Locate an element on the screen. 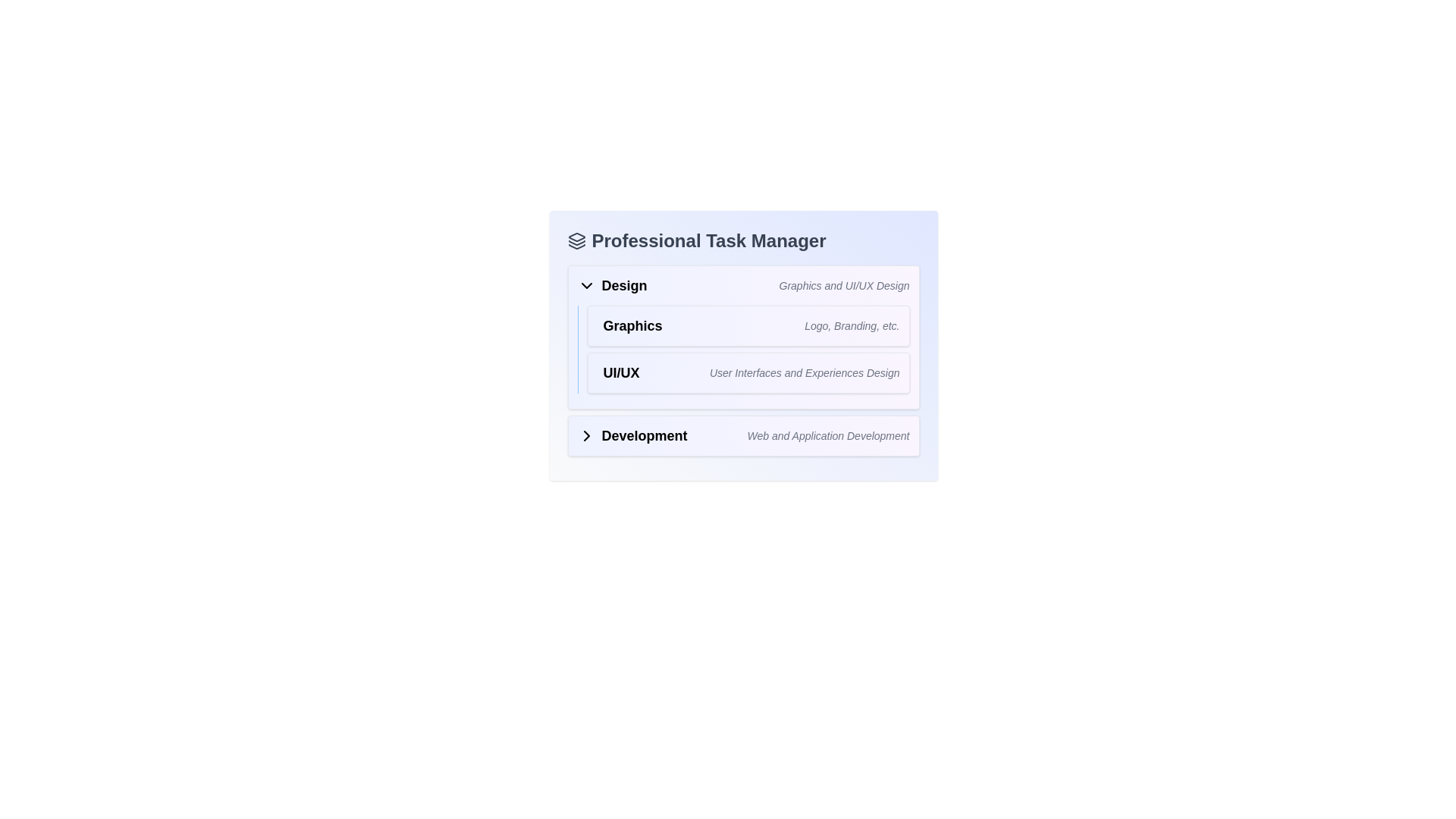  the 'Graphics' card located under the 'Design' section in the 'Professional Task Manager' interface is located at coordinates (743, 336).